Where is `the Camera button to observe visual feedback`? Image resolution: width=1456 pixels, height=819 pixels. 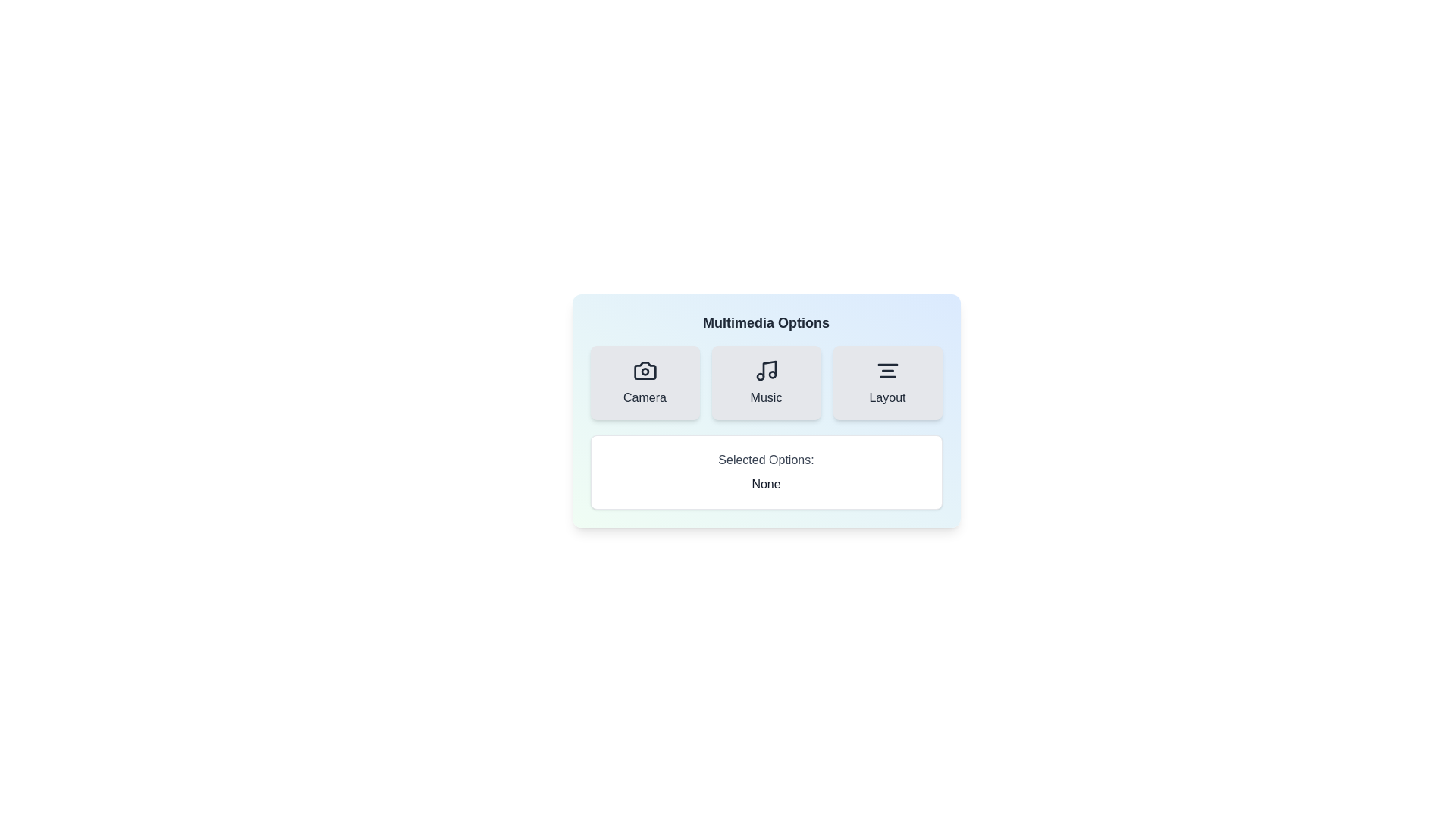
the Camera button to observe visual feedback is located at coordinates (645, 382).